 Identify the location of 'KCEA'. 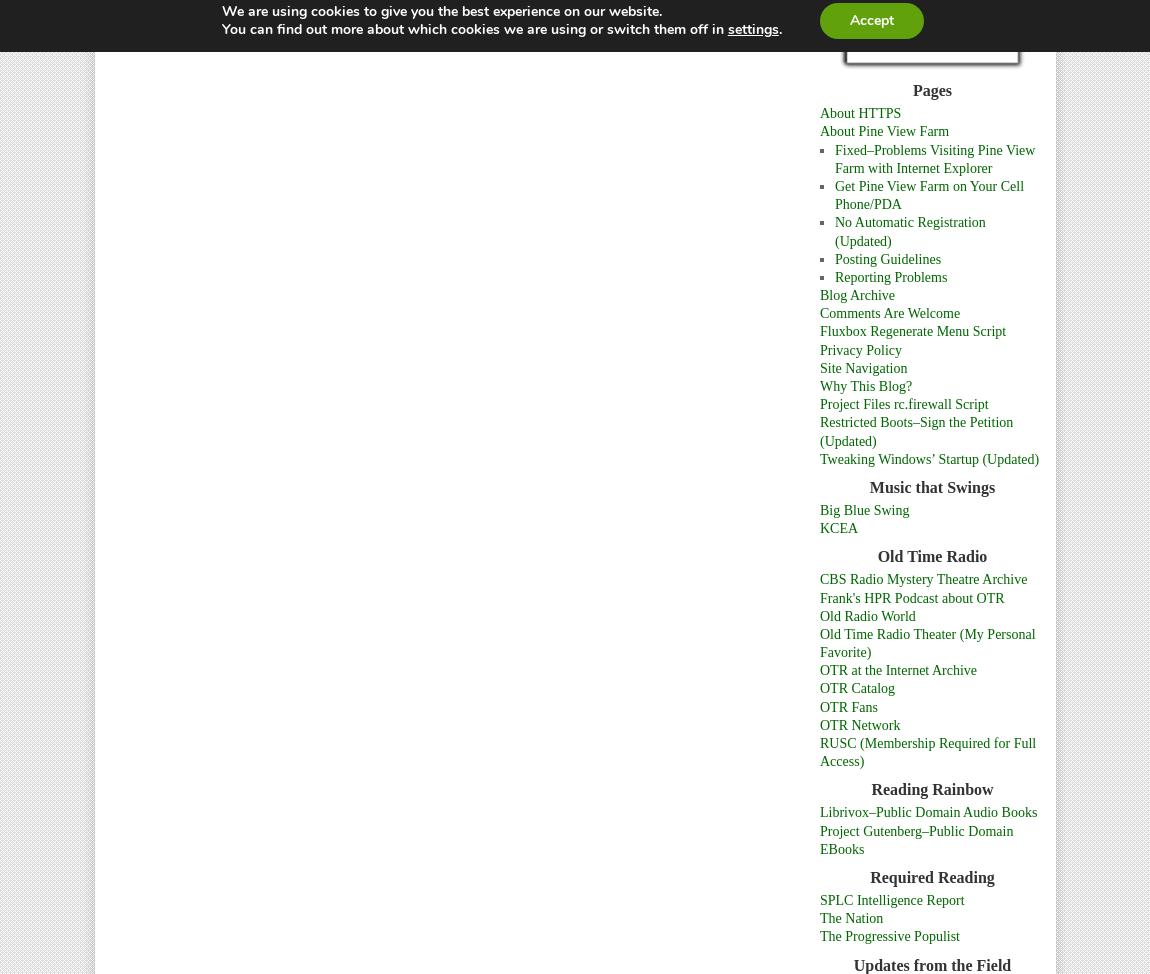
(818, 528).